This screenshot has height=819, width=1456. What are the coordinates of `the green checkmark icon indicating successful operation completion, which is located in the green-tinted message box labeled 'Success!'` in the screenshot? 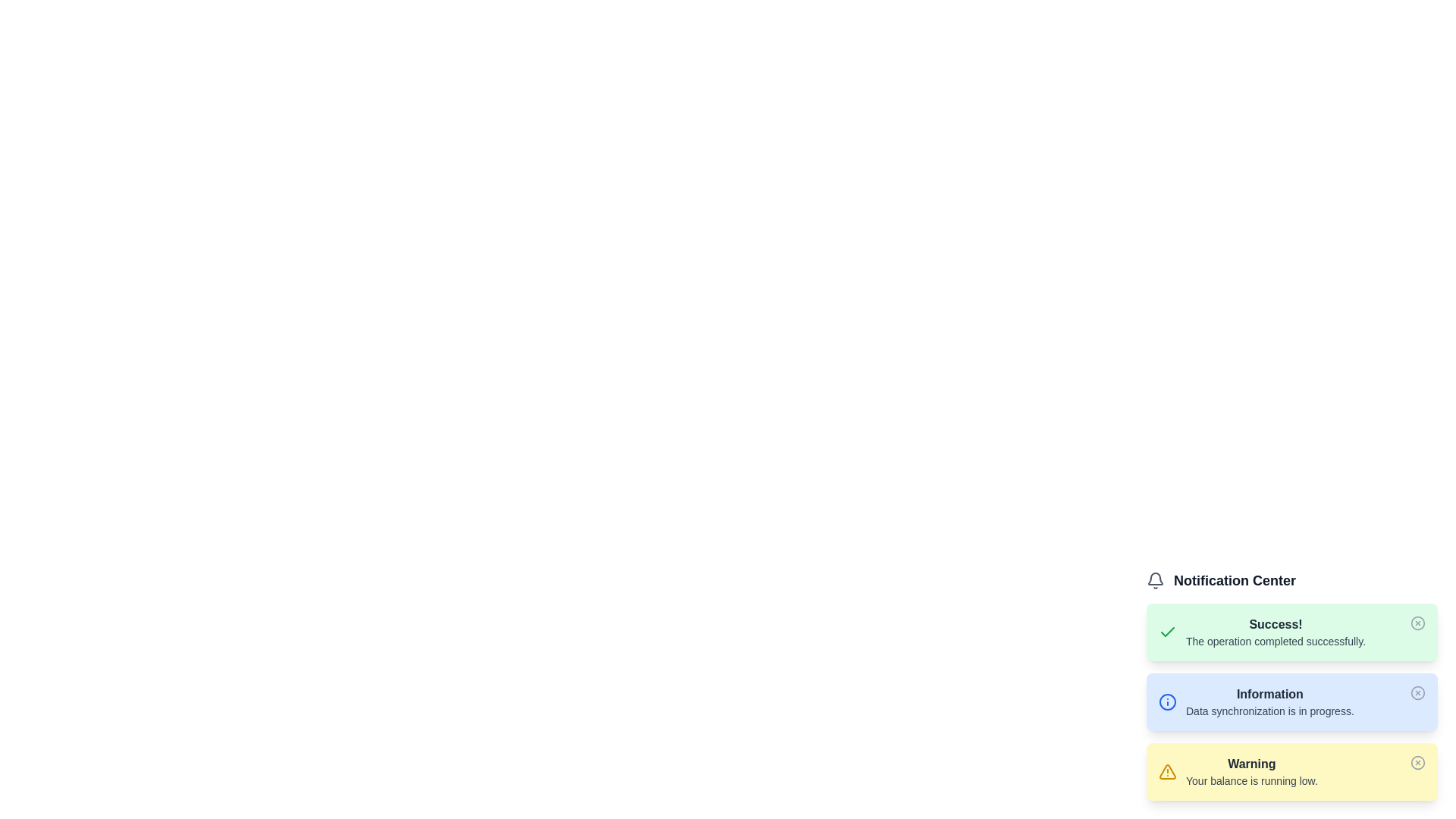 It's located at (1167, 632).